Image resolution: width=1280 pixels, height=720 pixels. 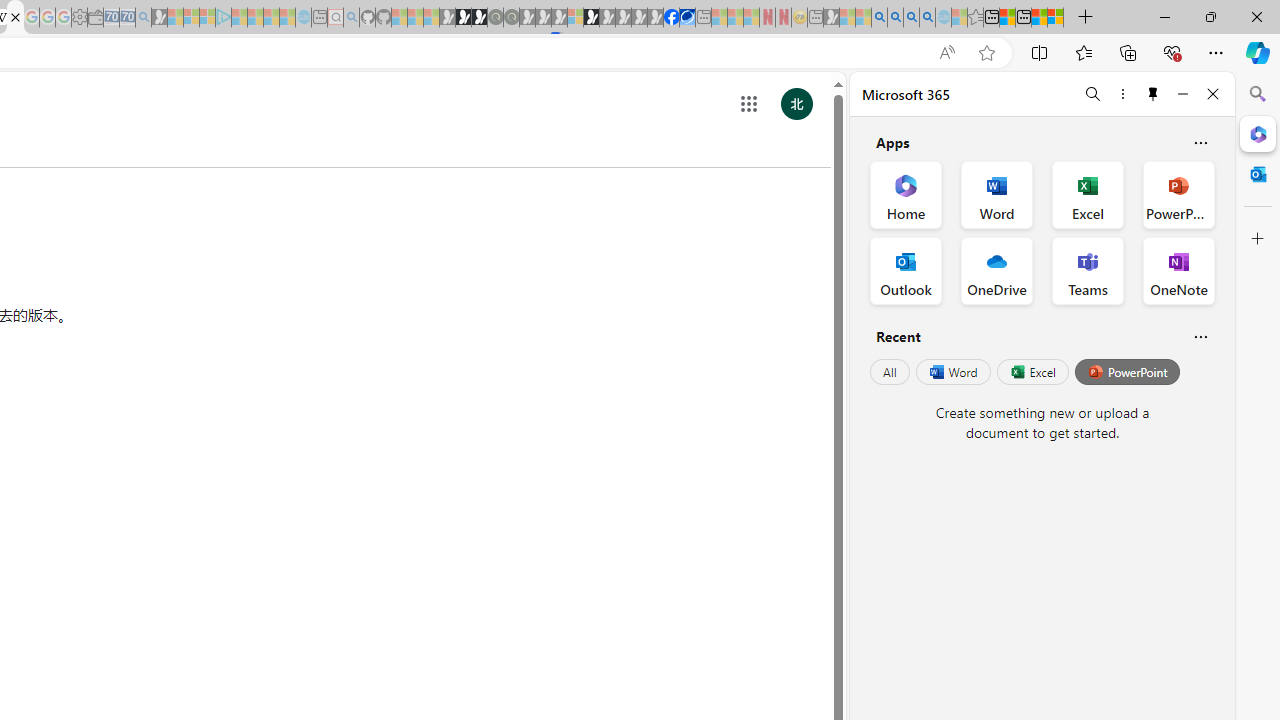 I want to click on 'Excel', so click(x=1032, y=372).